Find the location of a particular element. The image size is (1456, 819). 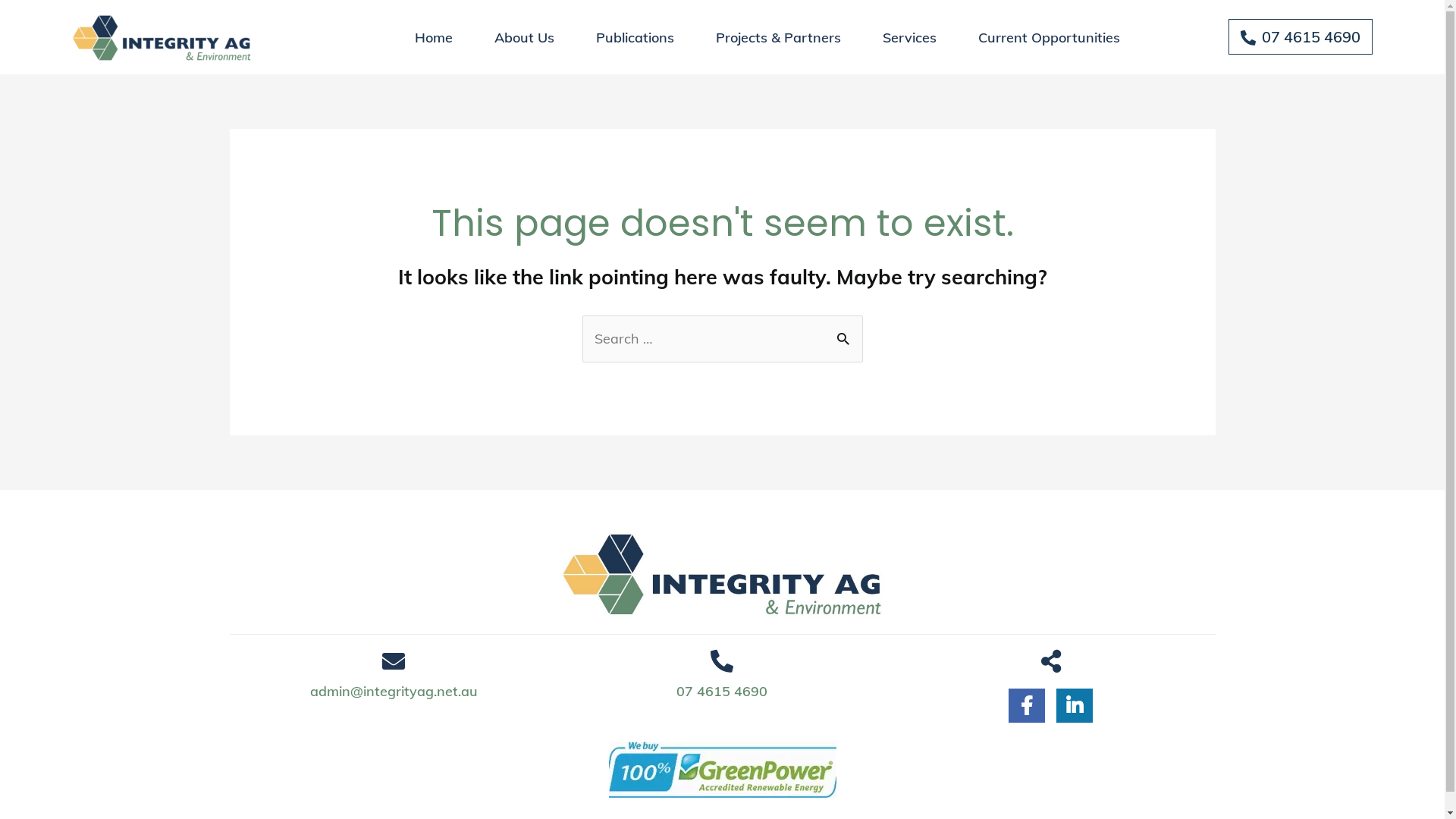

'Share' is located at coordinates (1040, 660).